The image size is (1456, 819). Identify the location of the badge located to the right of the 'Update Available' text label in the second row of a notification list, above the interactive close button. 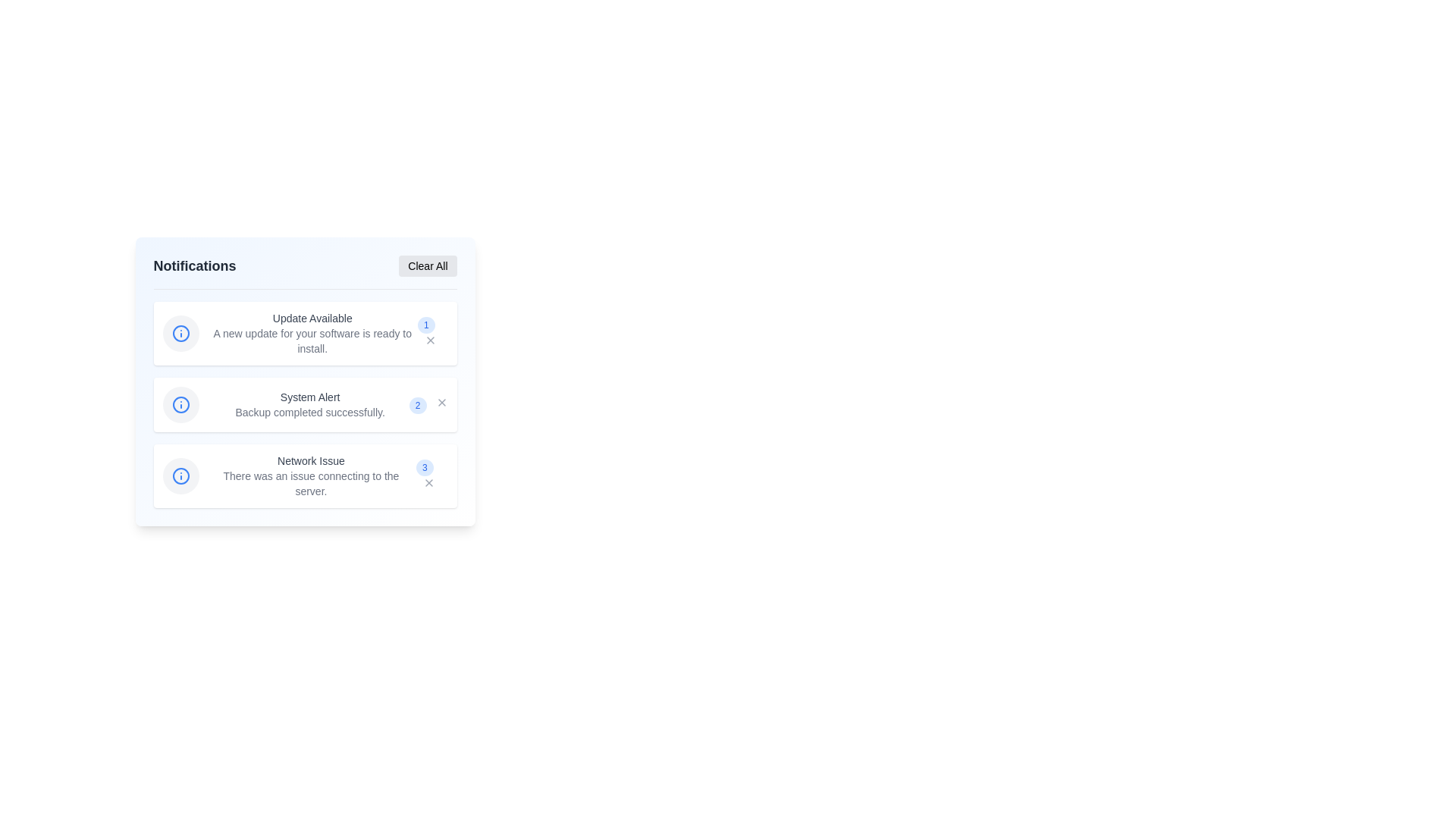
(425, 324).